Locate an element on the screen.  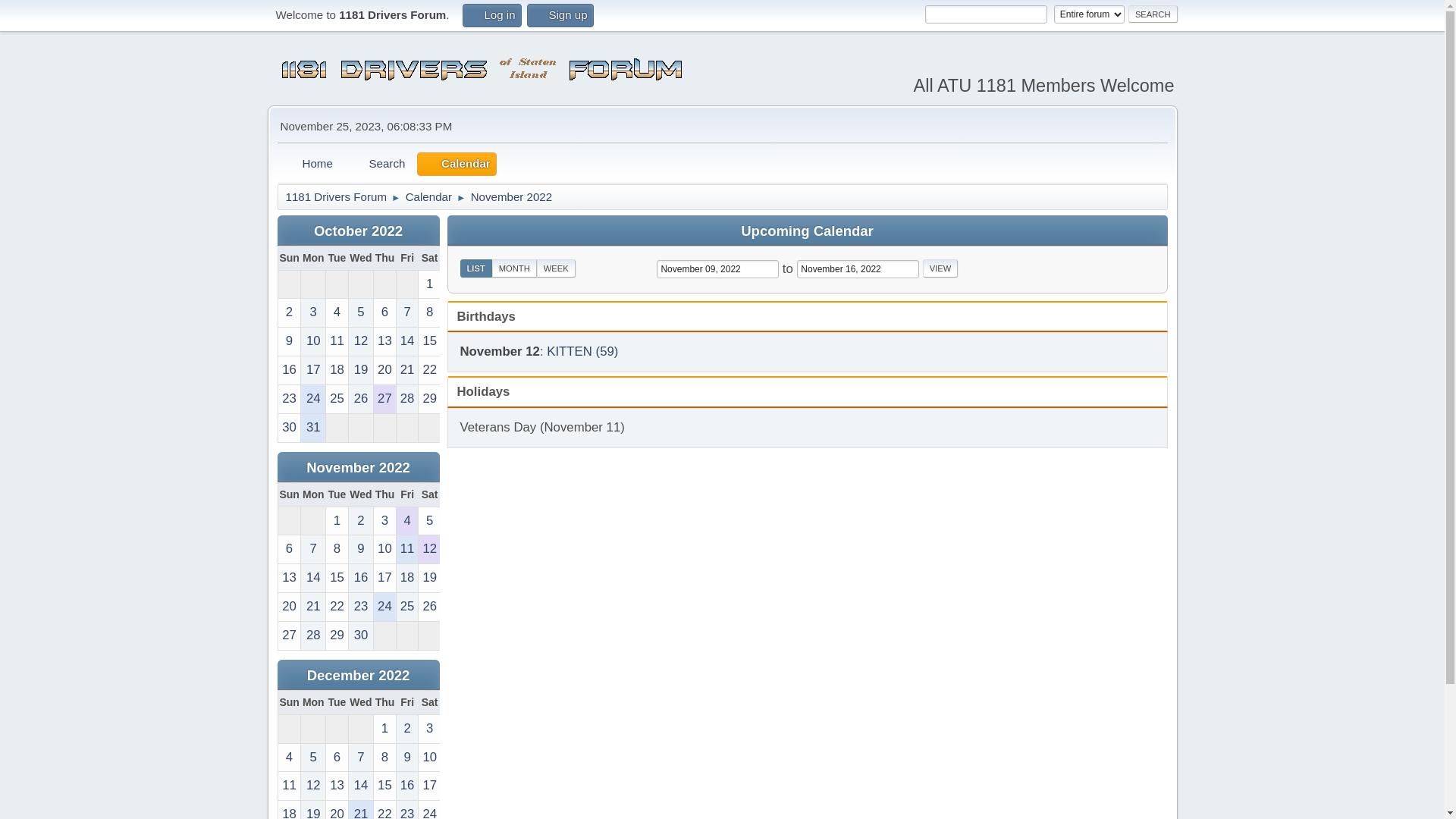
'8' is located at coordinates (428, 312).